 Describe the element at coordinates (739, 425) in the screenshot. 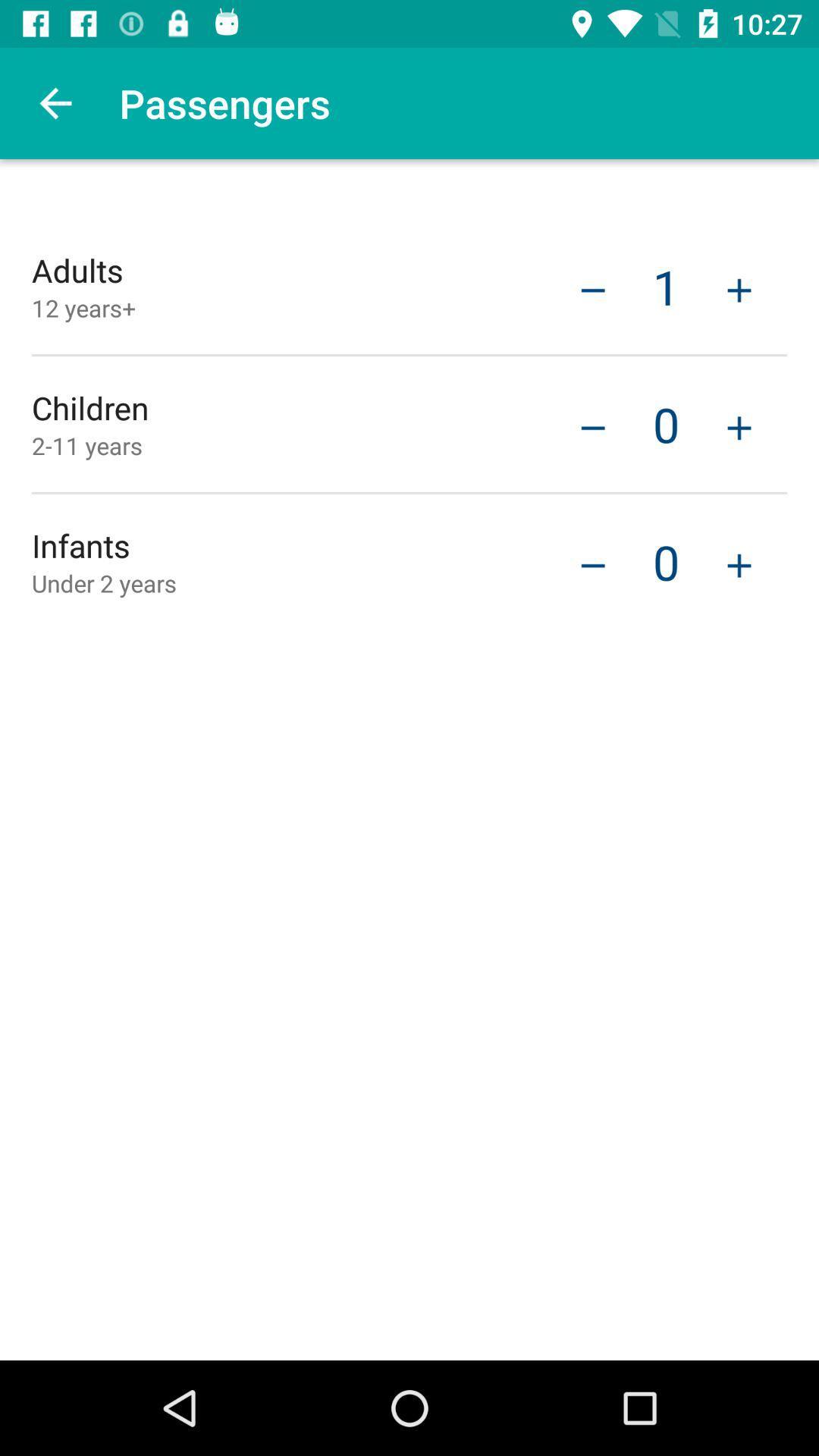

I see `child passenger` at that location.